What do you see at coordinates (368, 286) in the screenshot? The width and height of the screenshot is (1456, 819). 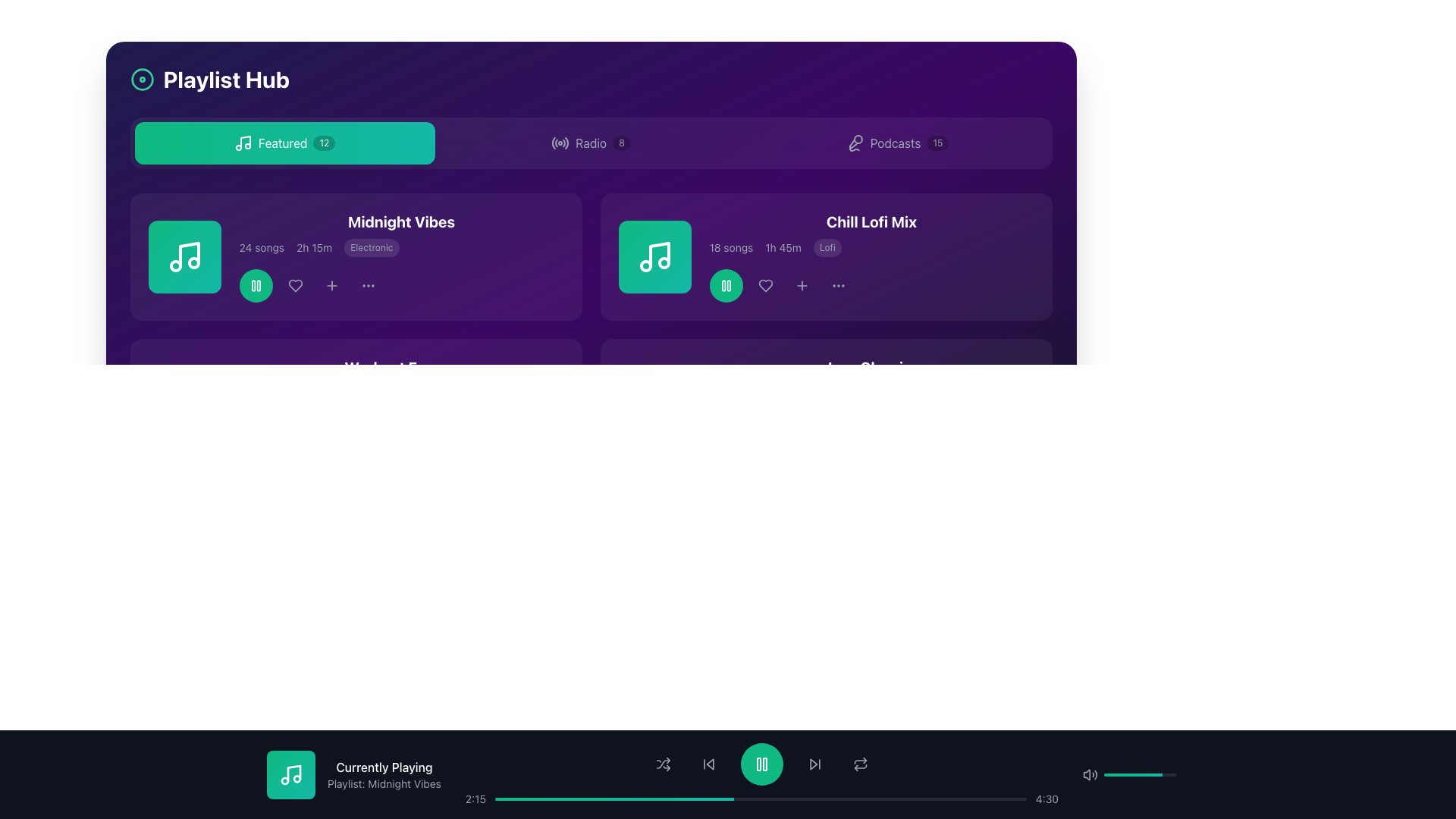 I see `the overflow menu trigger icon located in the bottom right corner of the 'Midnight Vibes' card` at bounding box center [368, 286].